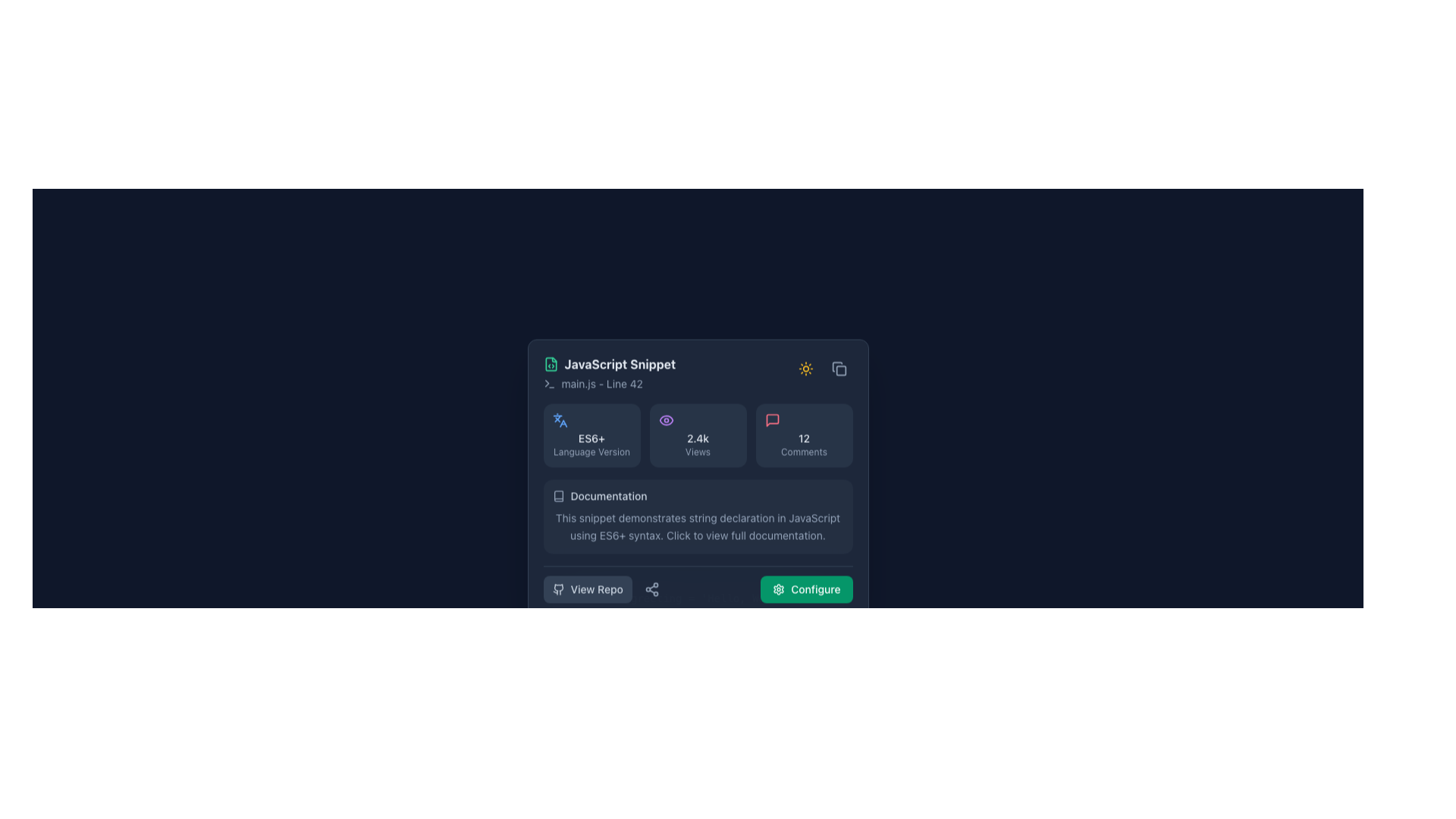 This screenshot has height=819, width=1456. Describe the element at coordinates (591, 435) in the screenshot. I see `displayed version information from the Label with icon that indicates the programming language version, specifically ES6+, located at the first position among three blocks in a card structure` at that location.